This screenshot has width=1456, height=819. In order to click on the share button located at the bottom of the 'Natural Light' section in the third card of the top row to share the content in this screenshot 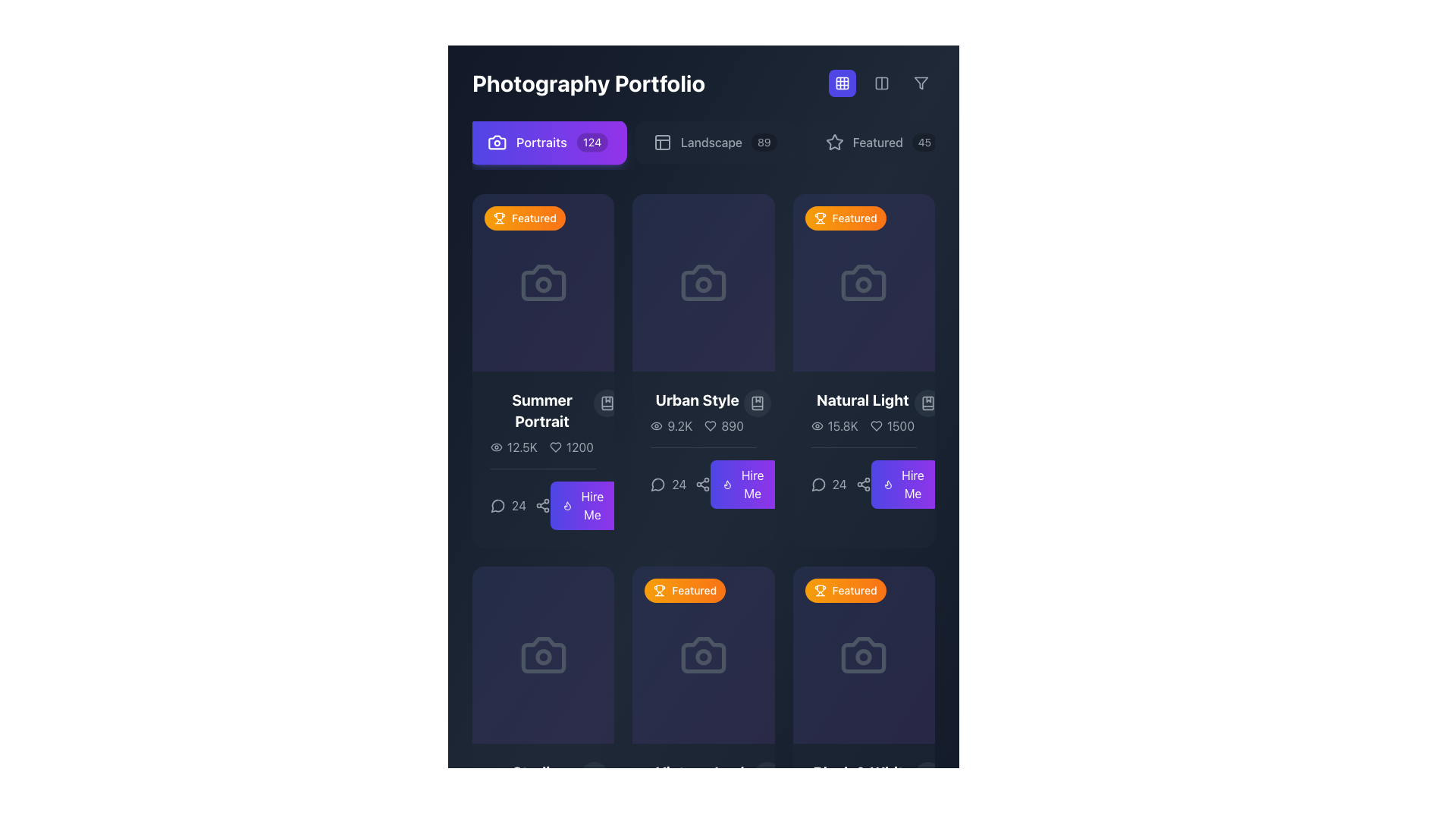, I will do `click(863, 485)`.